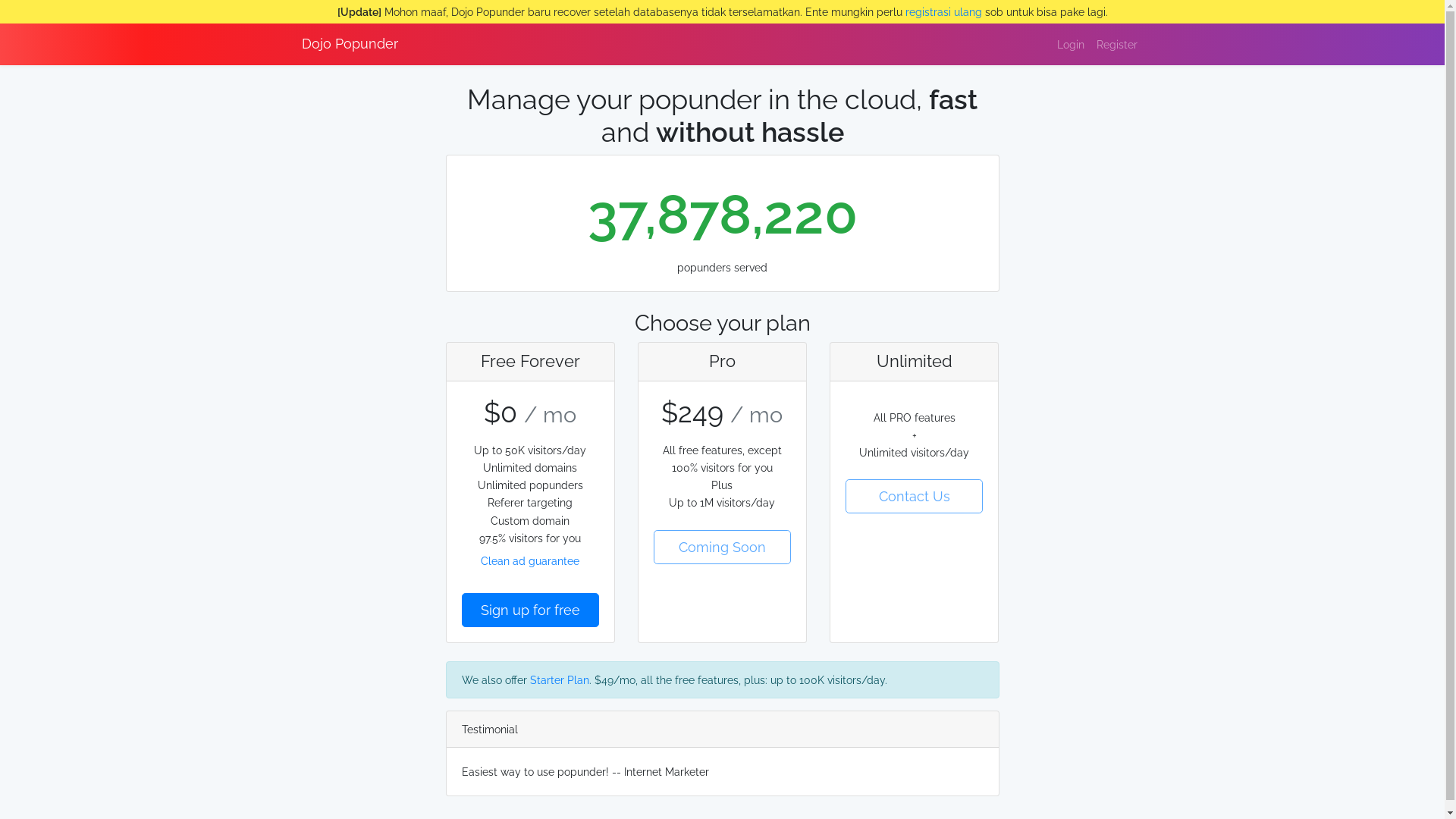  What do you see at coordinates (349, 43) in the screenshot?
I see `'Dojo Popunder'` at bounding box center [349, 43].